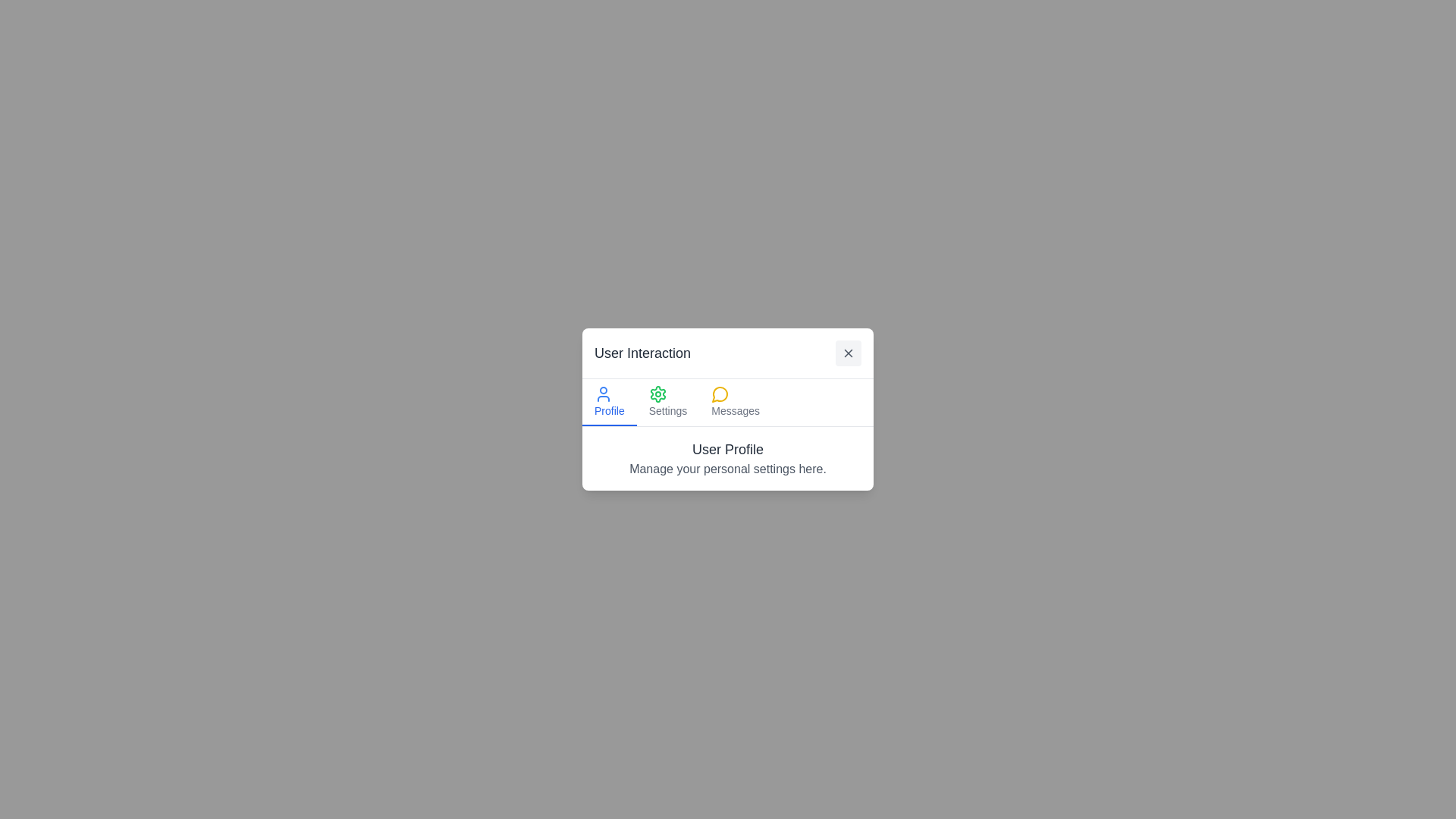  I want to click on the circular speech bubble icon button, which is styled in yellow and located above the 'Messages' label, positioned between the 'Settings' icon and the 'Messages' text in the user interface, so click(720, 394).